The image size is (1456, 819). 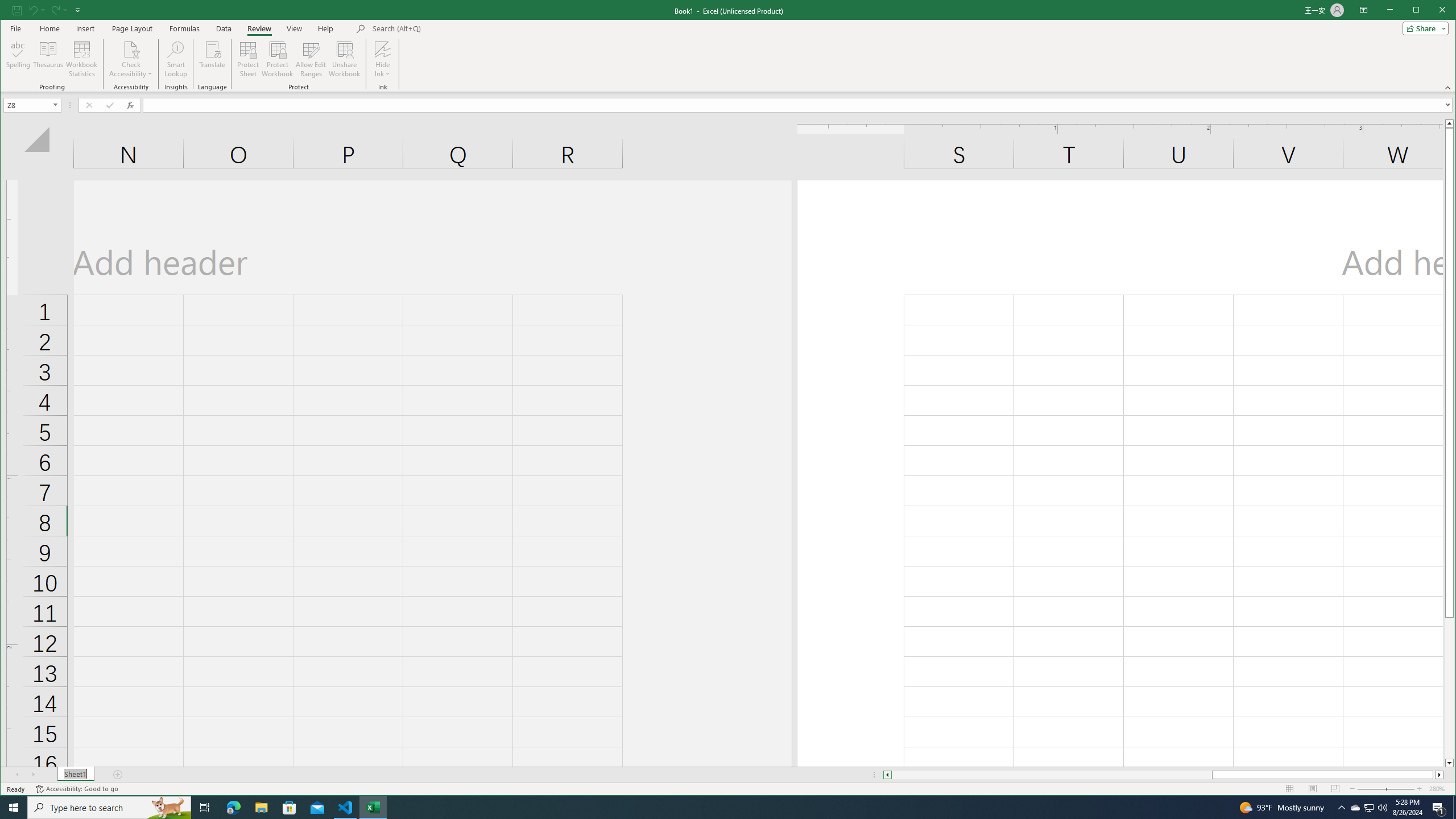 I want to click on 'Q2790: 100%', so click(x=1381, y=806).